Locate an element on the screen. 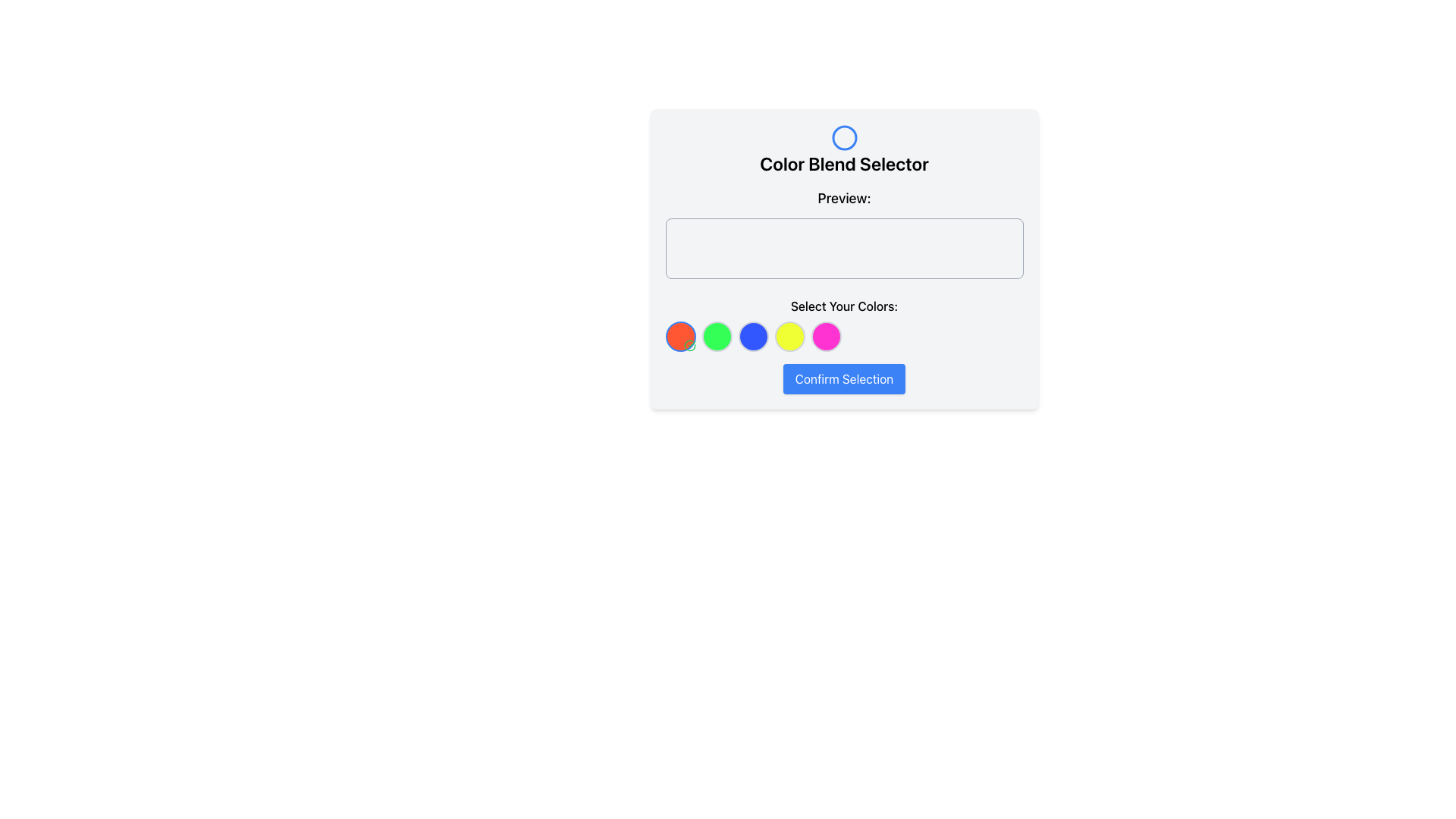 This screenshot has height=819, width=1456. the circular icon with a blue border located at the top section above the text 'Color Blend Selector' is located at coordinates (843, 137).